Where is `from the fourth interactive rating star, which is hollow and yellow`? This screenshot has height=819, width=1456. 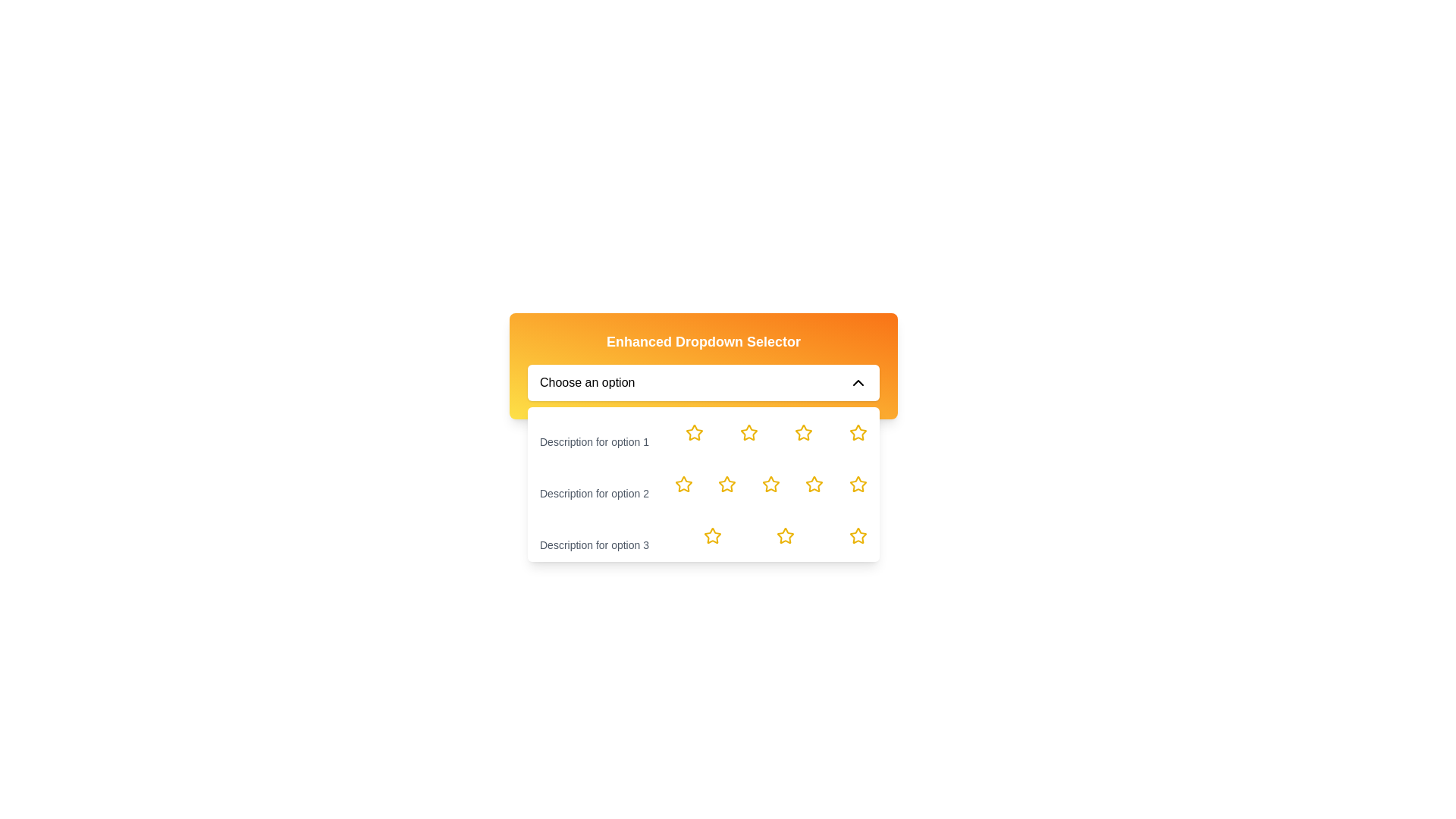 from the fourth interactive rating star, which is hollow and yellow is located at coordinates (770, 485).